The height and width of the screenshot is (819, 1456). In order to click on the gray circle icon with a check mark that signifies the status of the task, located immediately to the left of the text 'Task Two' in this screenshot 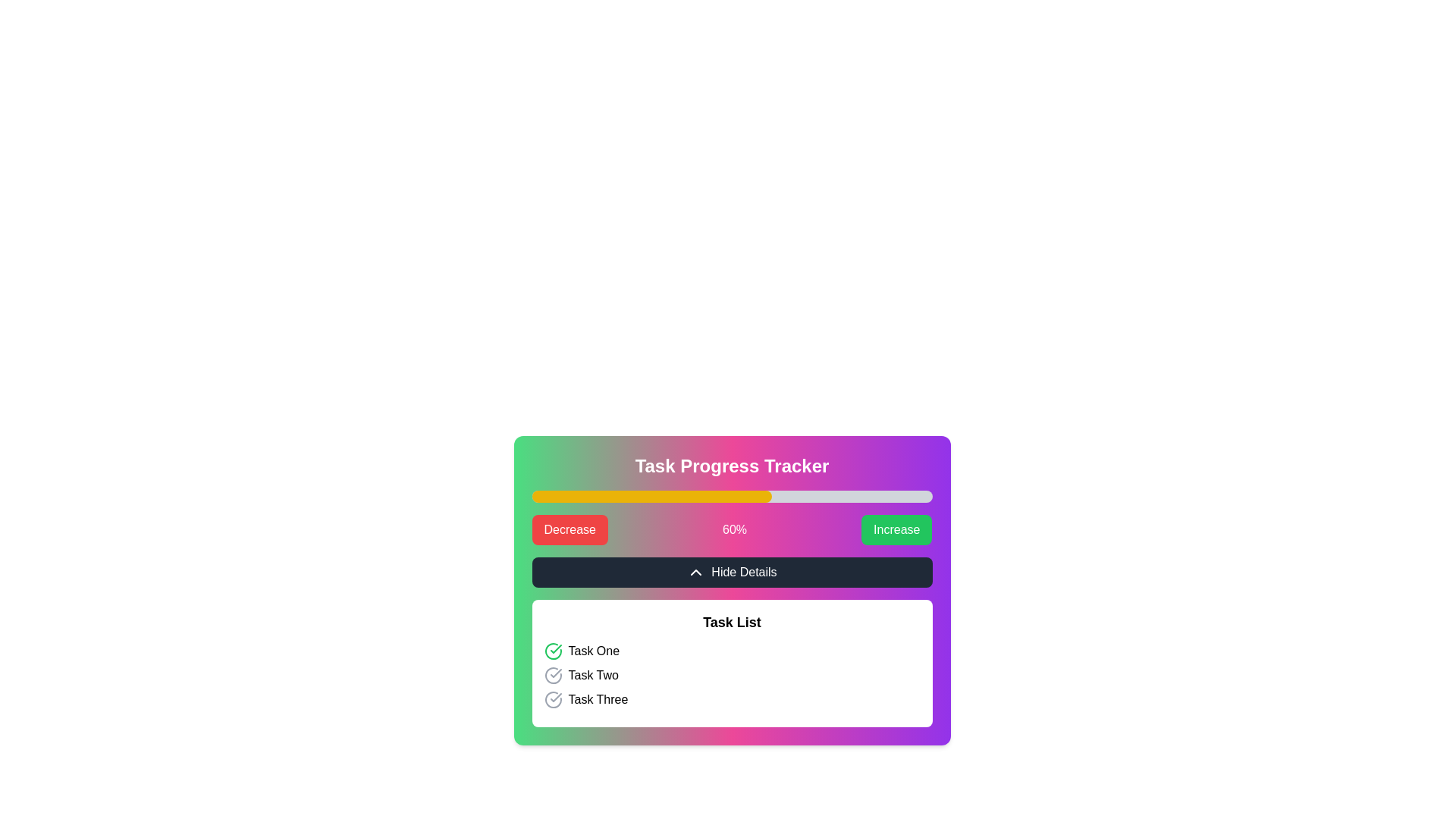, I will do `click(552, 675)`.